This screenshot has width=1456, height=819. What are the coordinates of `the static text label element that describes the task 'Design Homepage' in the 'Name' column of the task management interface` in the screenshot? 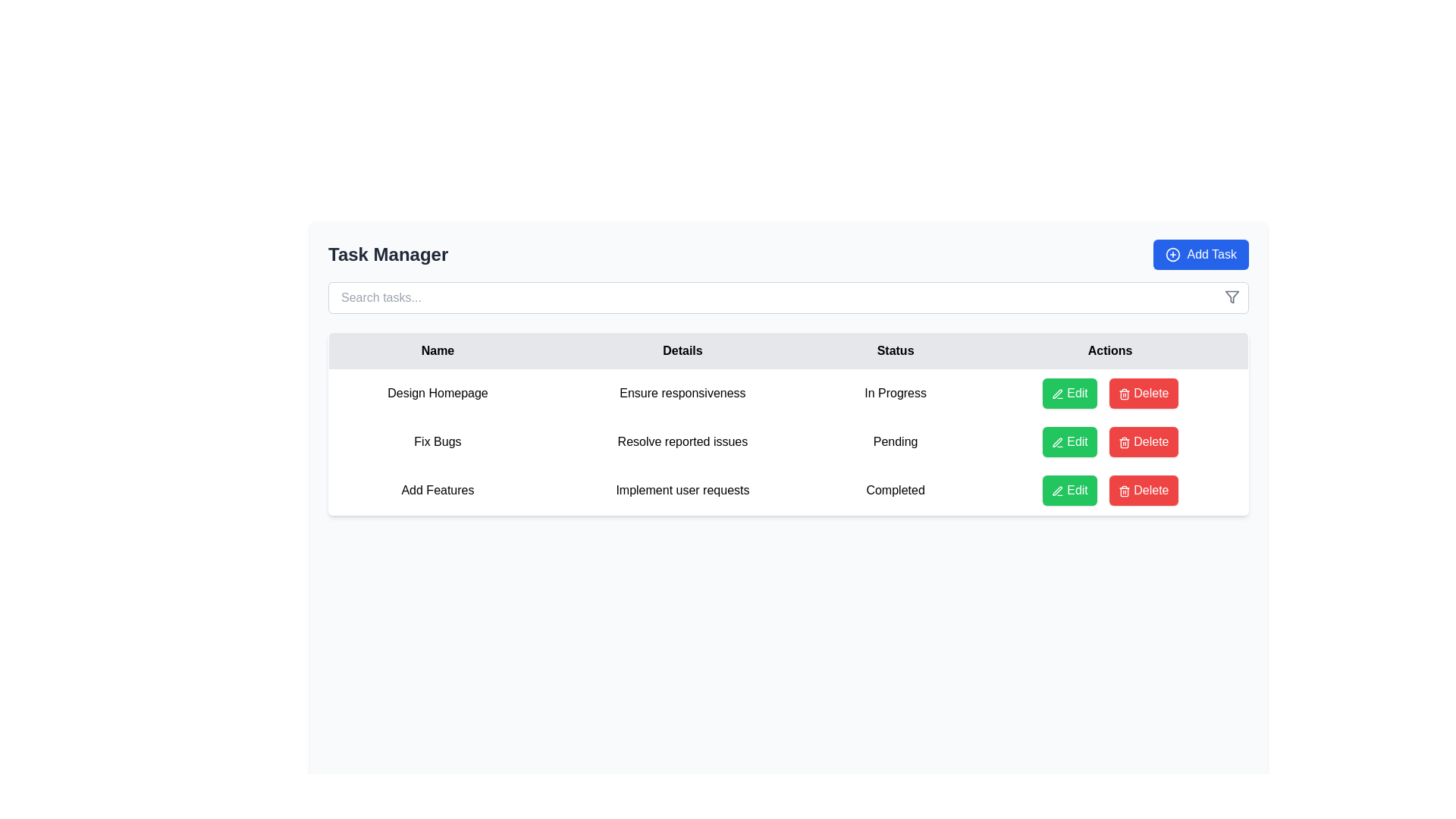 It's located at (437, 393).